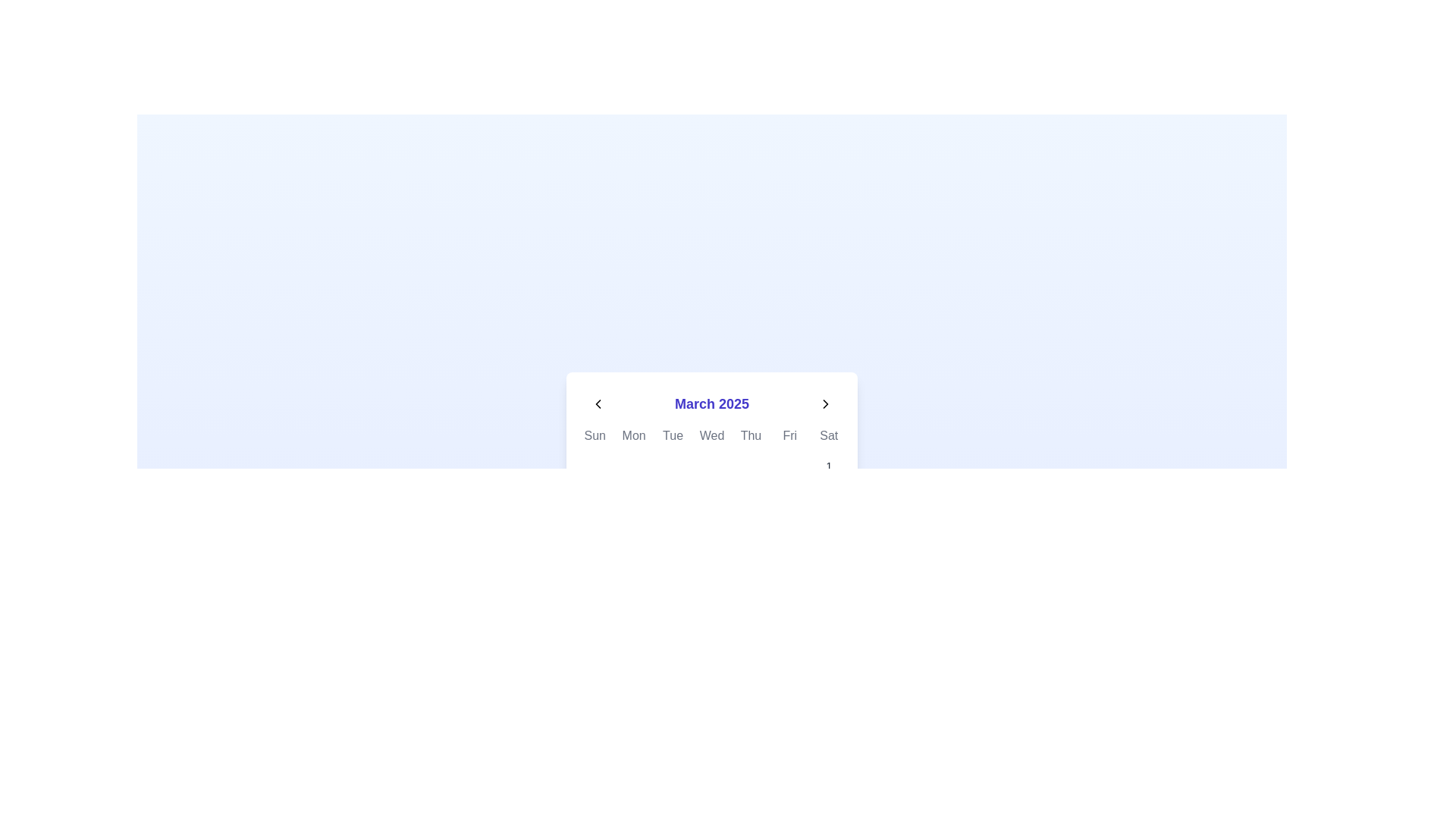  I want to click on the Label displaying the weekday abbreviation 'Thu', located in the middle-top section of the calendar interface, specifically positioned as the fifth column in the row representing day headers, between 'Wed' and 'Fri', so click(751, 435).